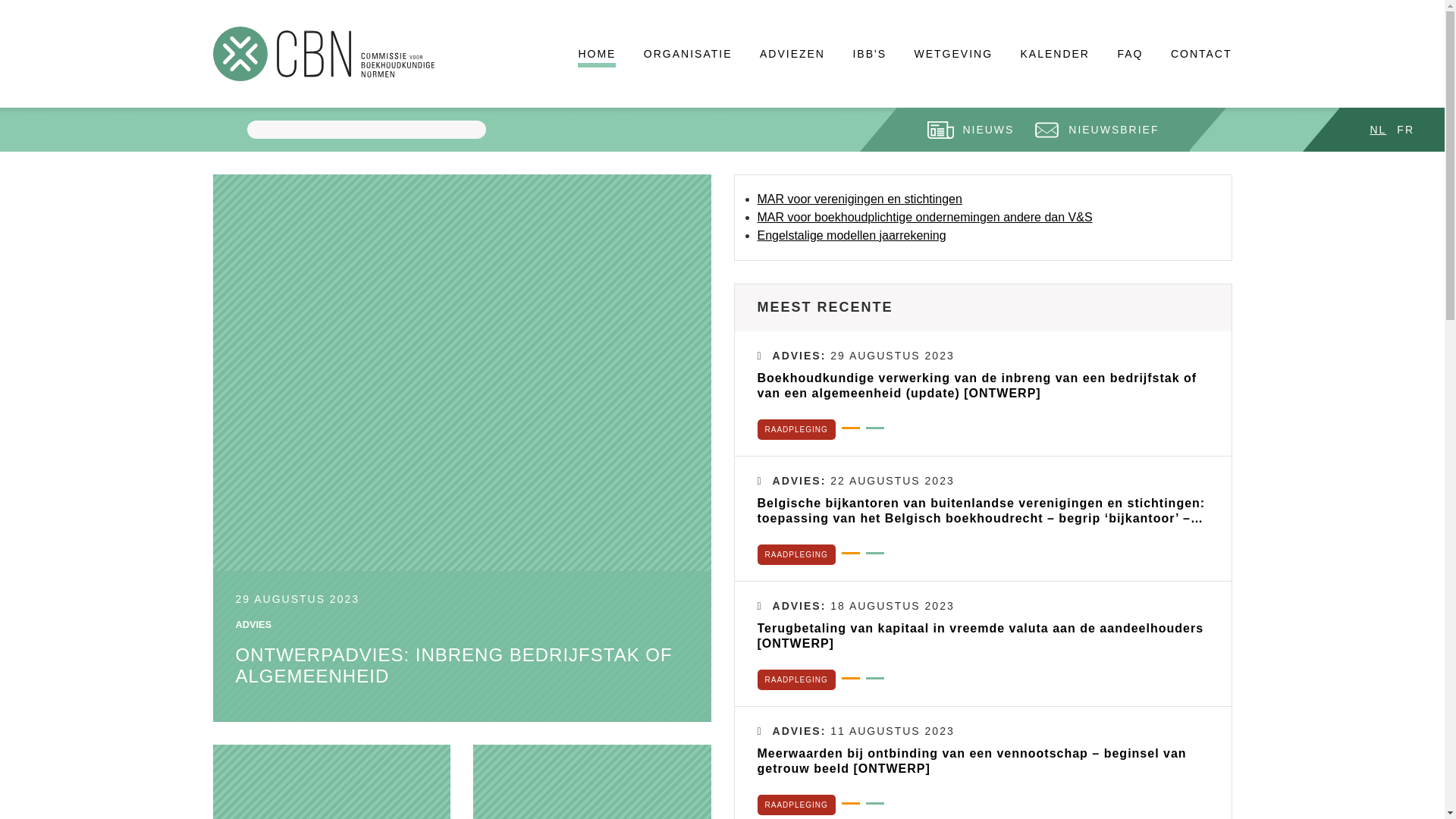  I want to click on 'FAQ', so click(1129, 55).